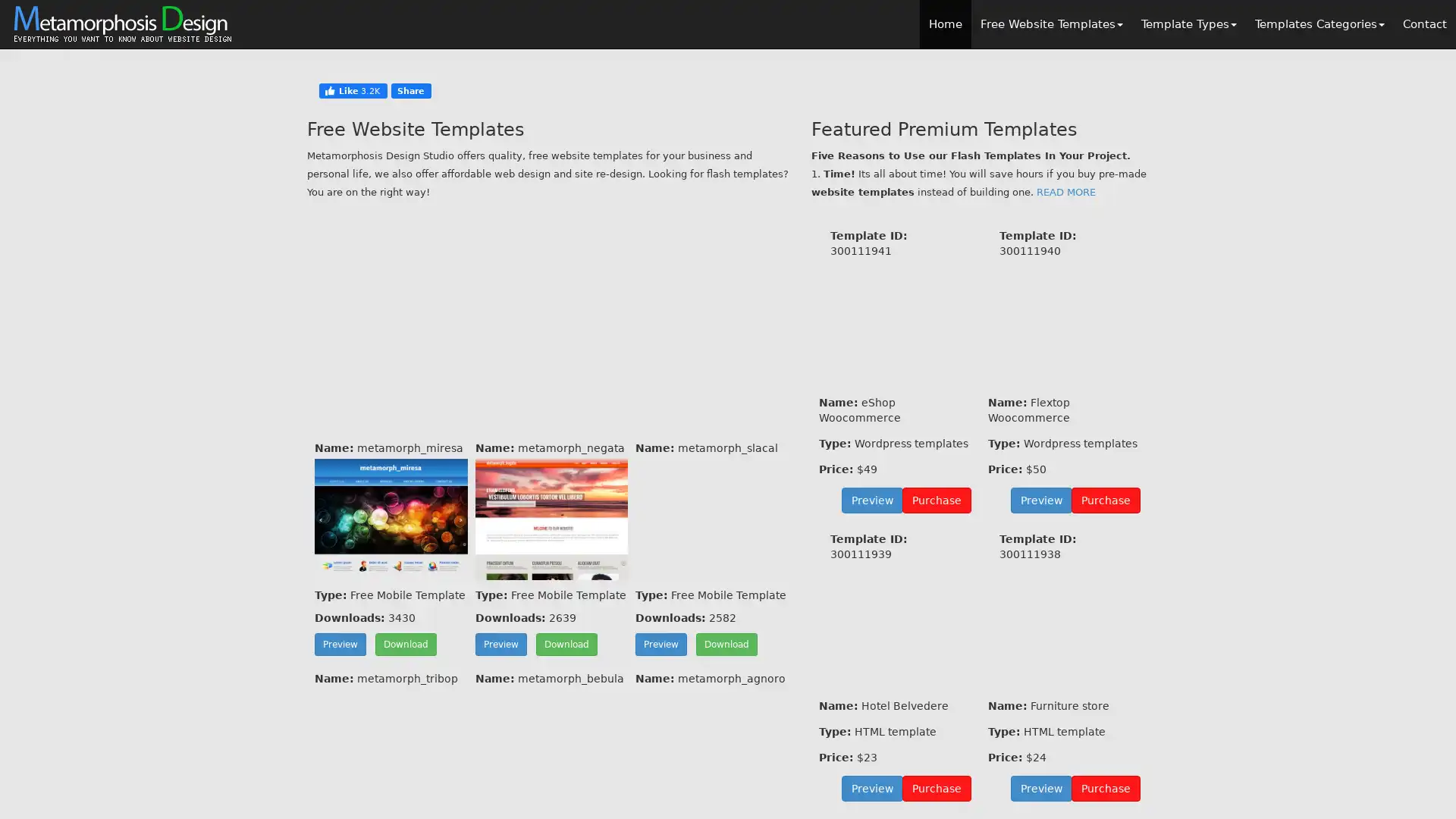 This screenshot has height=819, width=1456. Describe the element at coordinates (1040, 788) in the screenshot. I see `Preview` at that location.